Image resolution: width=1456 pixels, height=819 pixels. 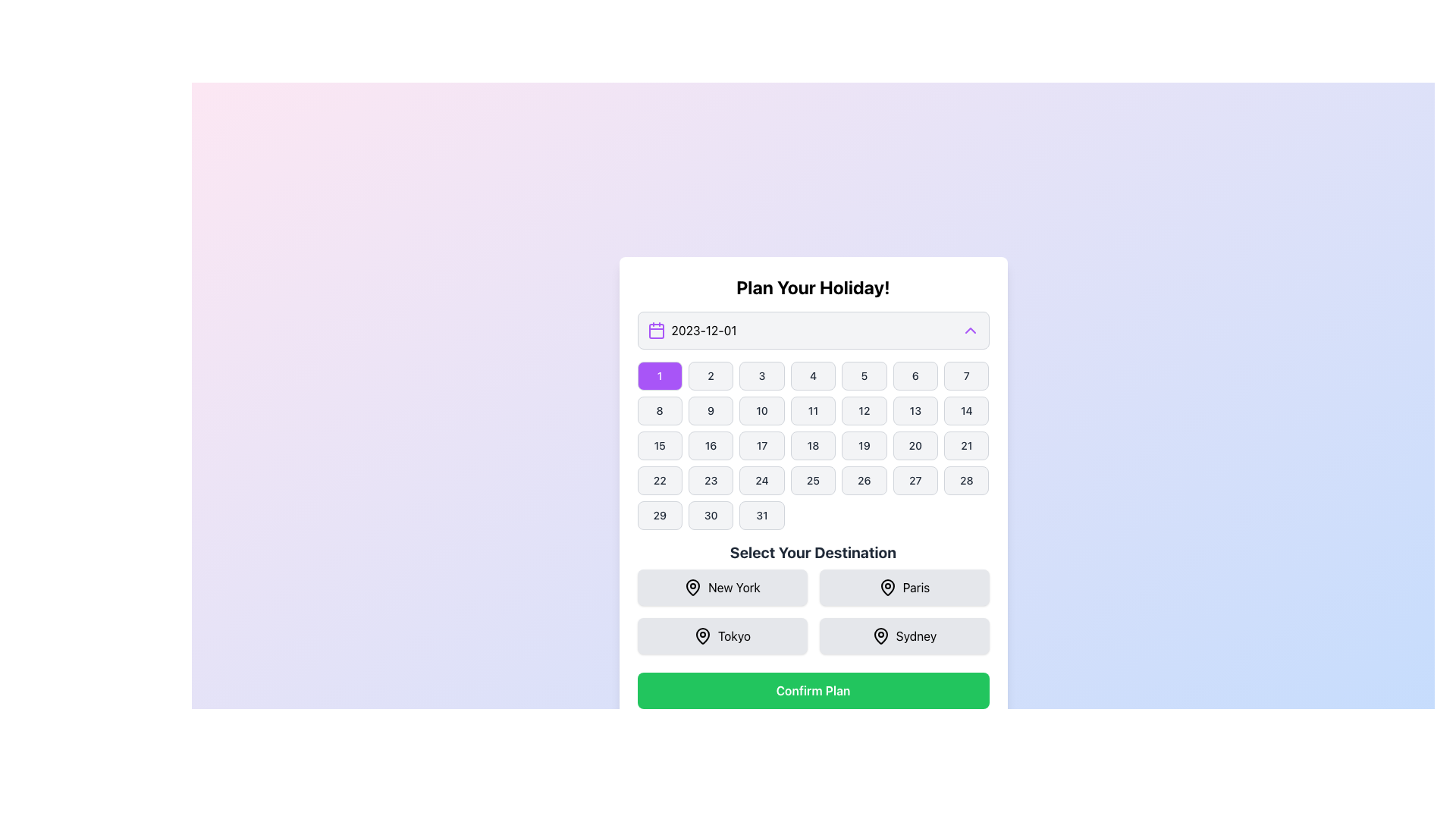 I want to click on the Interactive Button for selecting 'Tokyo' as a destination by highlighting it, so click(x=721, y=636).